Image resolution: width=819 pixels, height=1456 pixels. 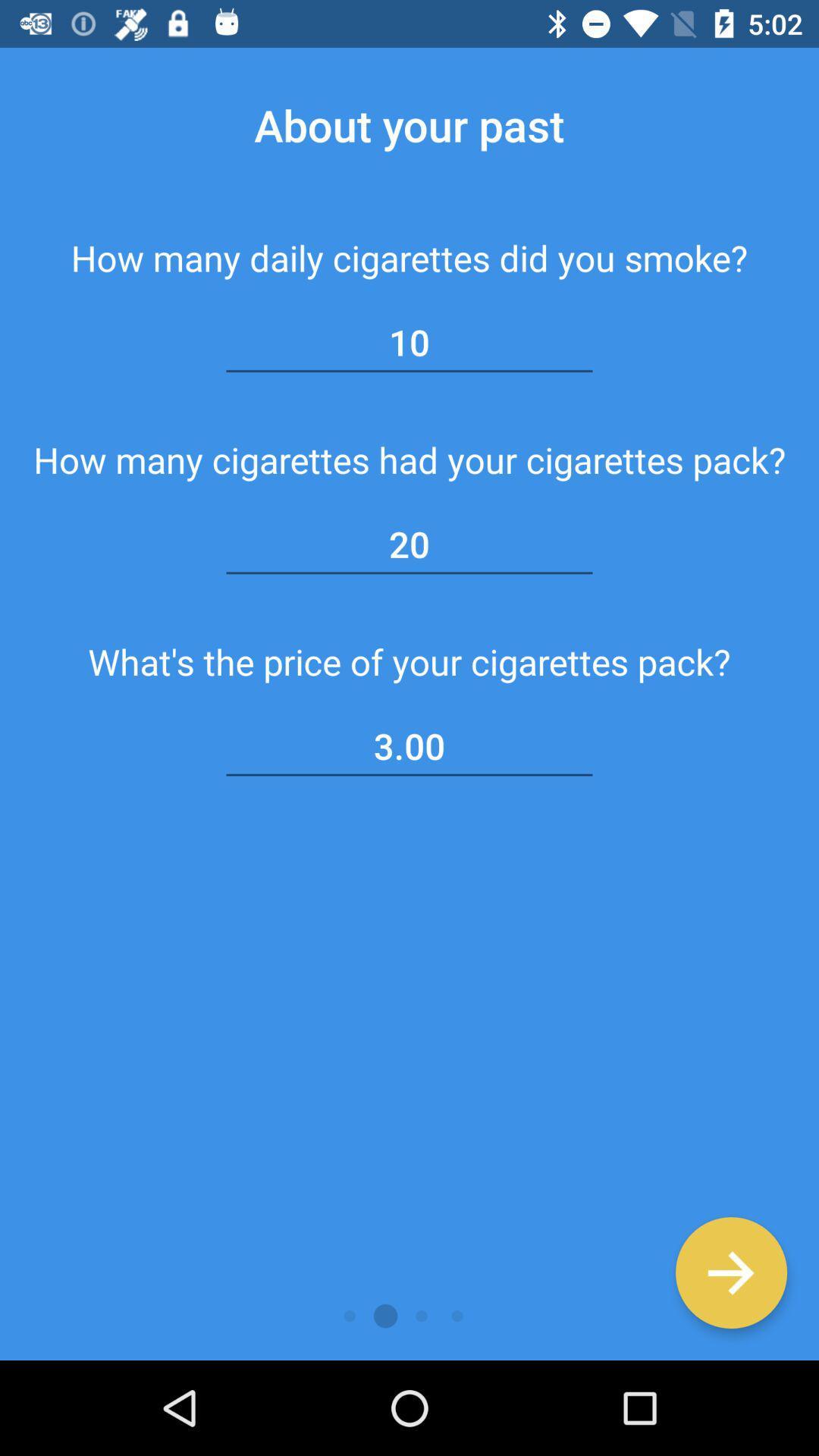 I want to click on more for your health, so click(x=730, y=1272).